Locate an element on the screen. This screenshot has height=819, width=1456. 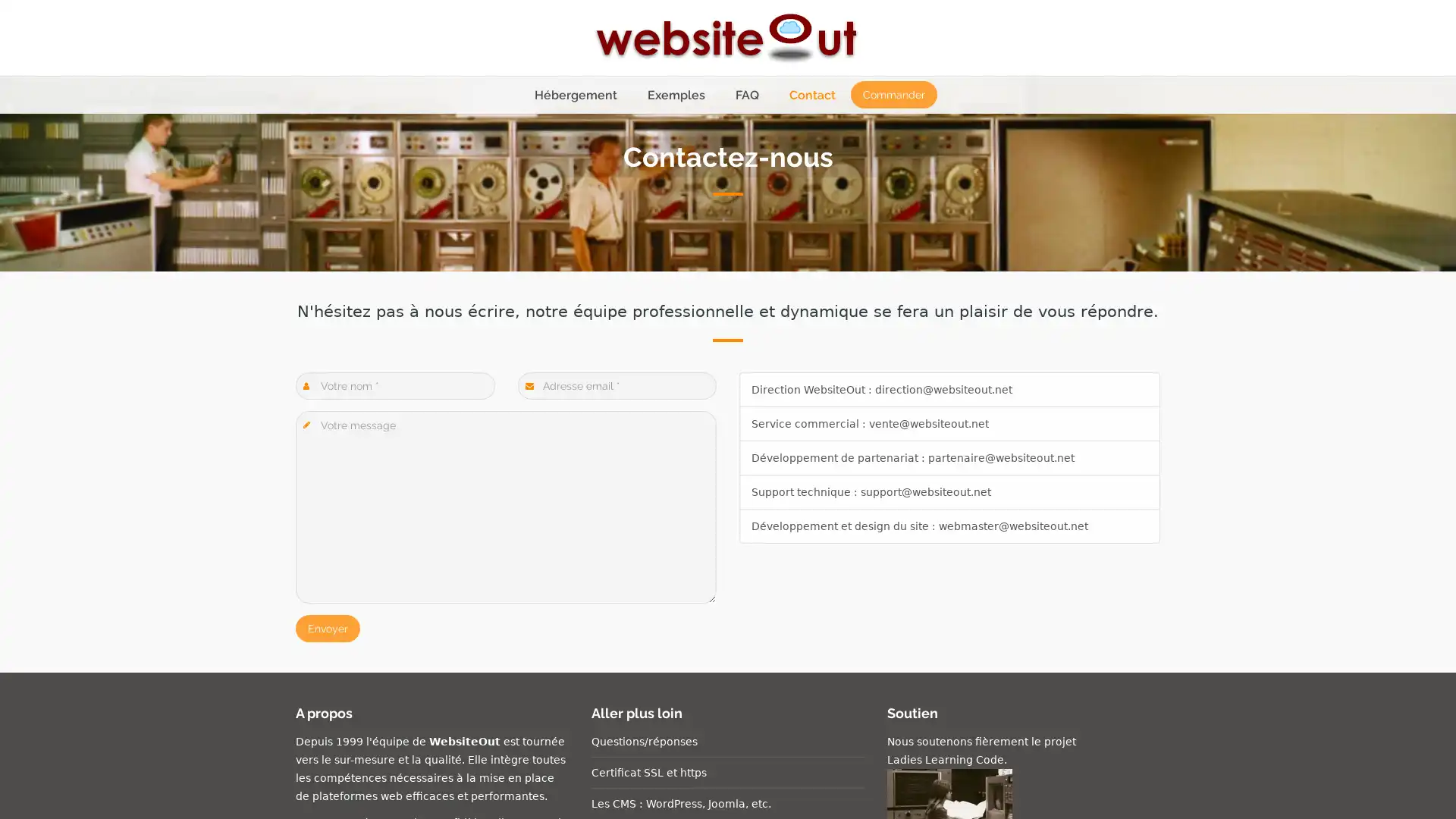
Envoyer is located at coordinates (327, 629).